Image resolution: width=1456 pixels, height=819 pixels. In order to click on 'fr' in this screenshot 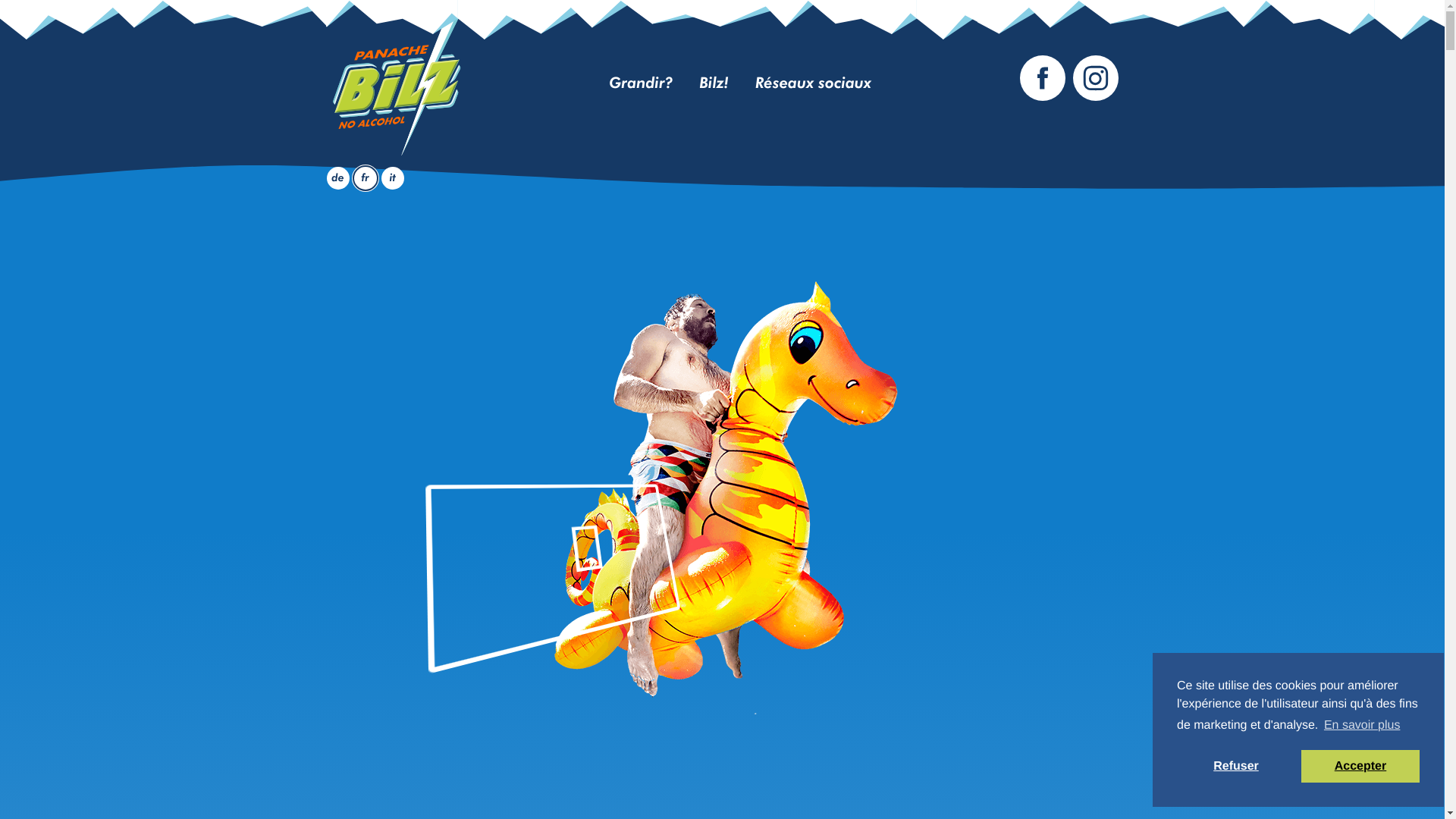, I will do `click(365, 177)`.